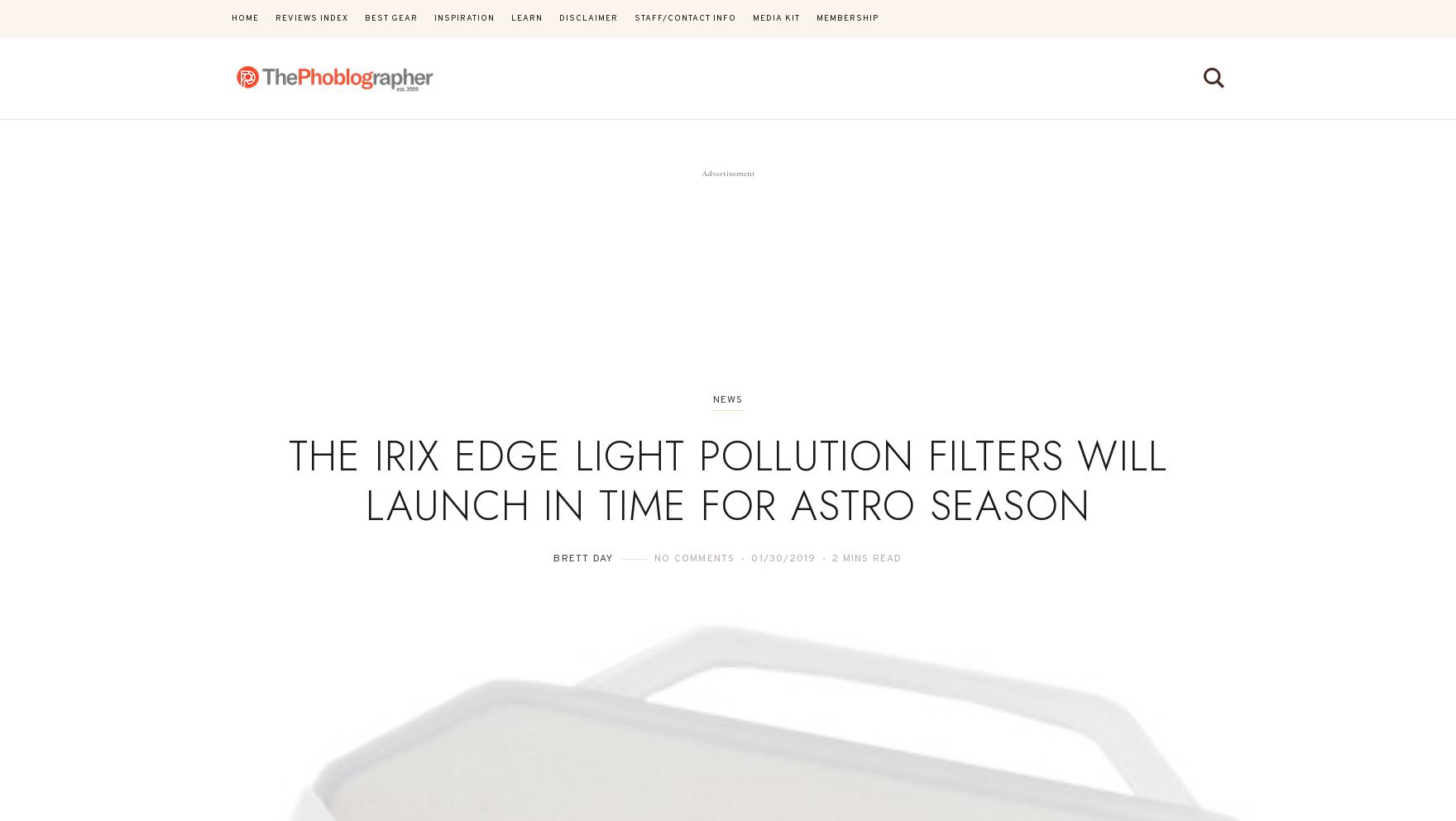 The height and width of the screenshot is (821, 1456). Describe the element at coordinates (526, 17) in the screenshot. I see `'Learn'` at that location.